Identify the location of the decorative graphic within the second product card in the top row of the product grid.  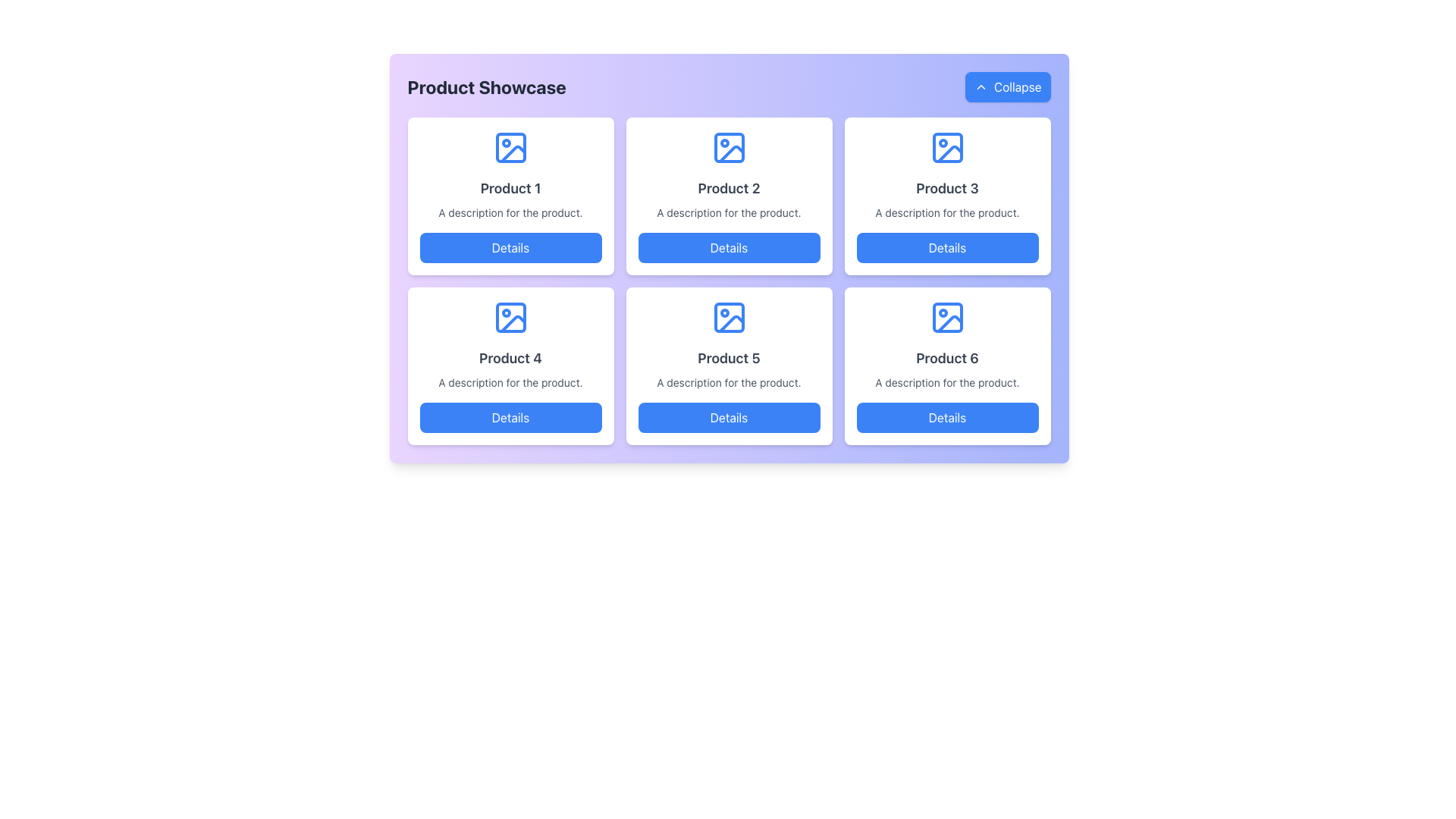
(731, 154).